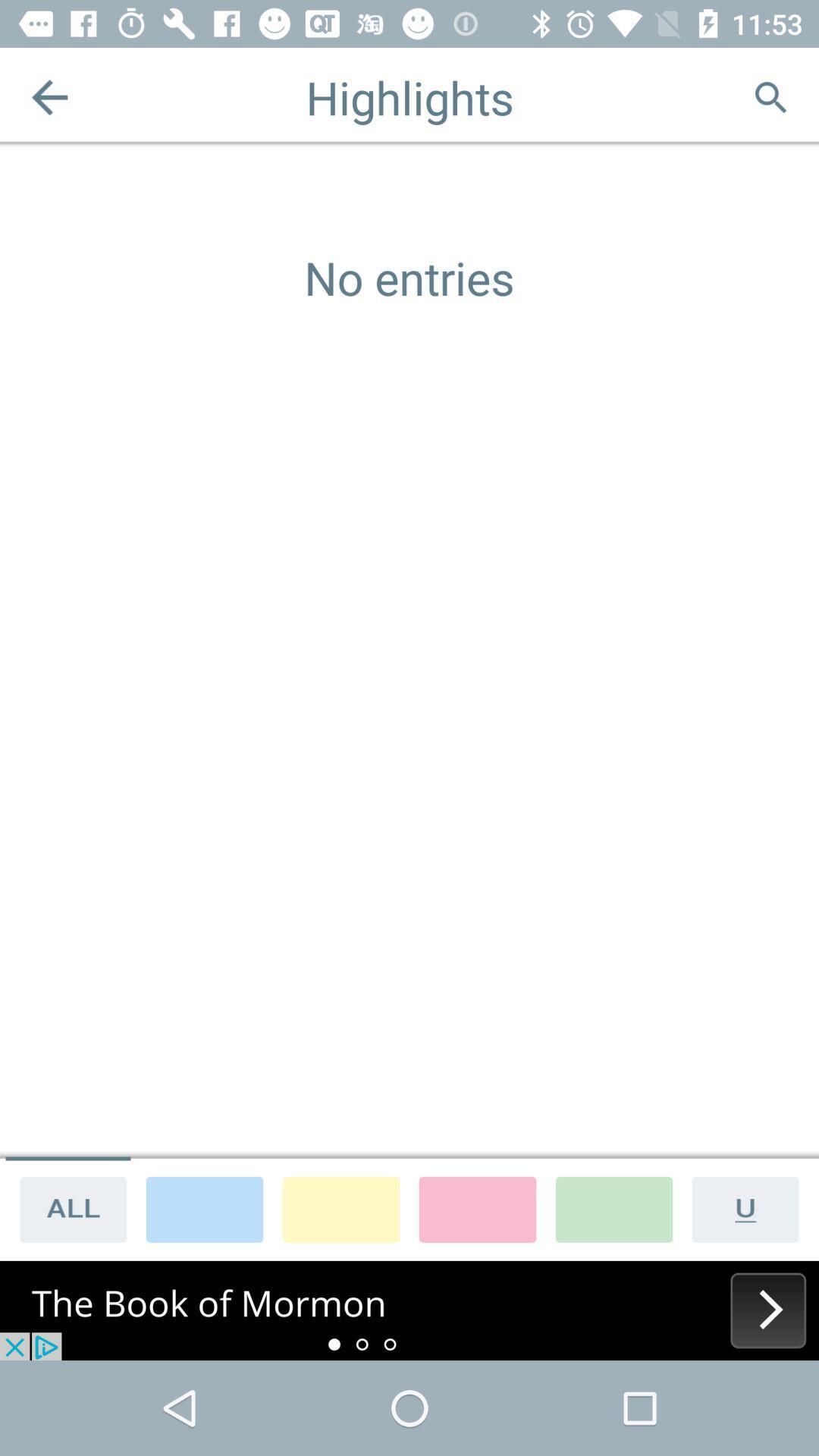 This screenshot has height=1456, width=819. I want to click on choose yellow as background color, so click(341, 1208).